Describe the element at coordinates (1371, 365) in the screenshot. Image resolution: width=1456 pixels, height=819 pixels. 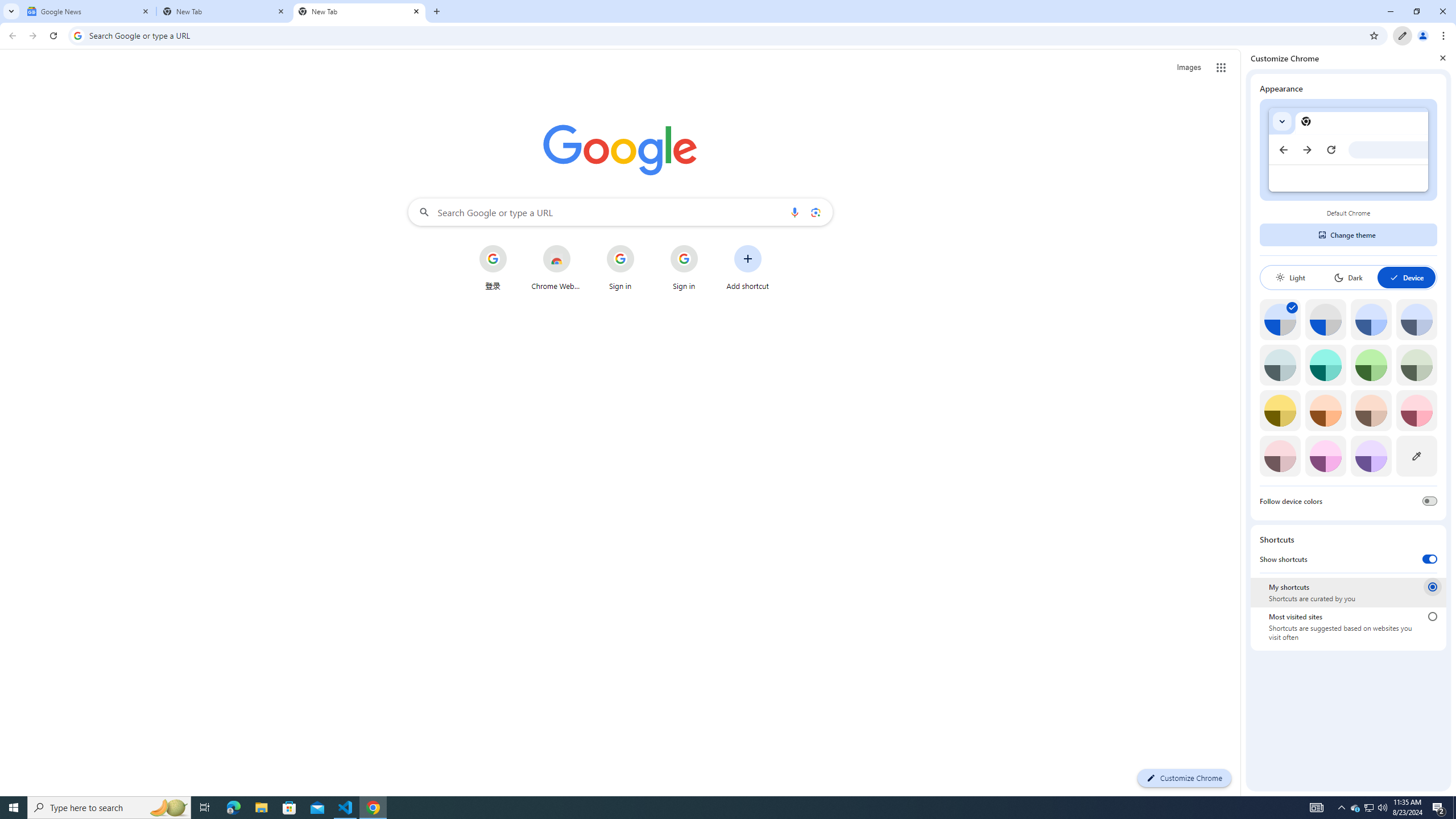
I see `'Green'` at that location.